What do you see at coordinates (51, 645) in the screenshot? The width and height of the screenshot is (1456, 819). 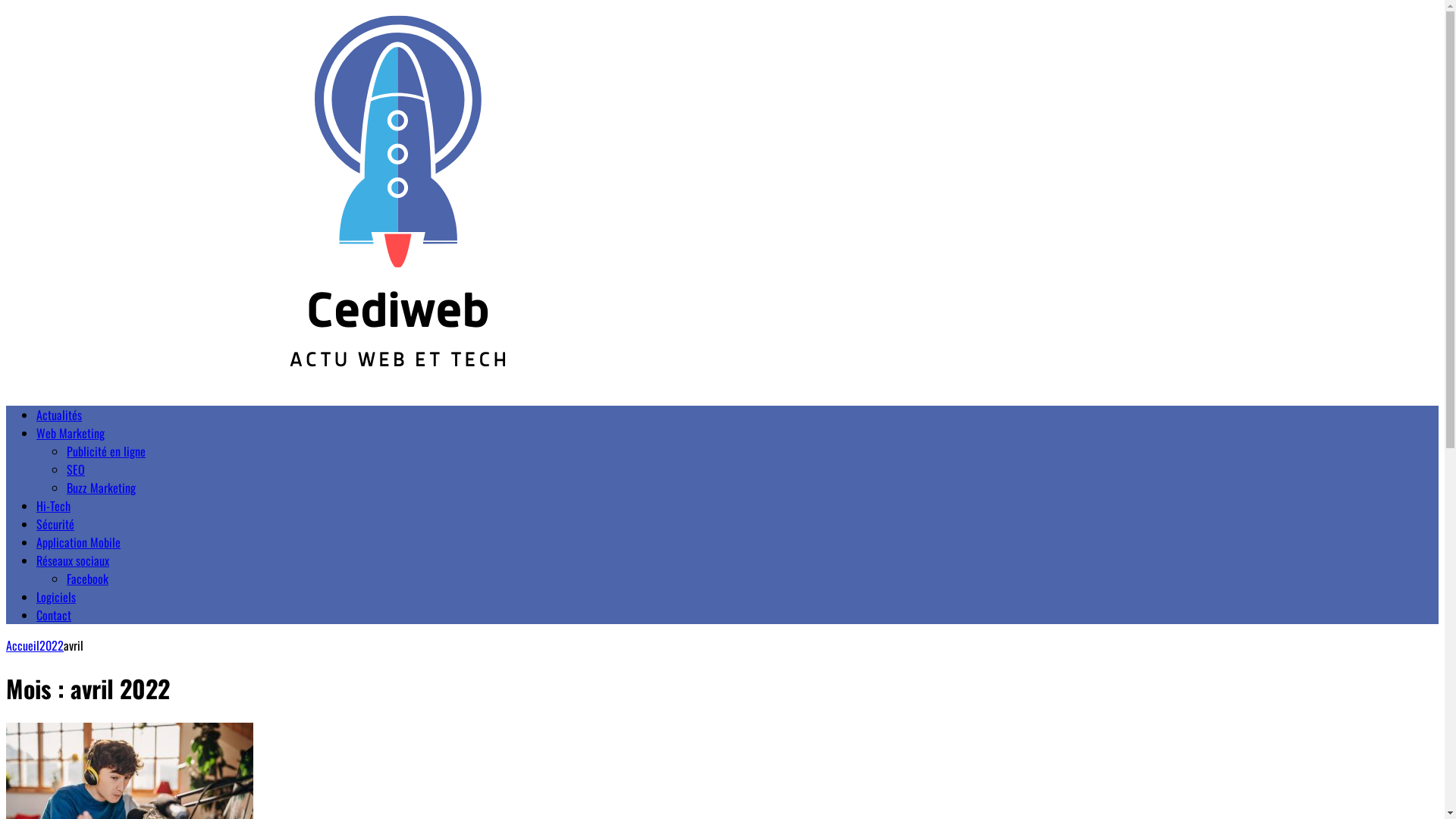 I see `'2022'` at bounding box center [51, 645].